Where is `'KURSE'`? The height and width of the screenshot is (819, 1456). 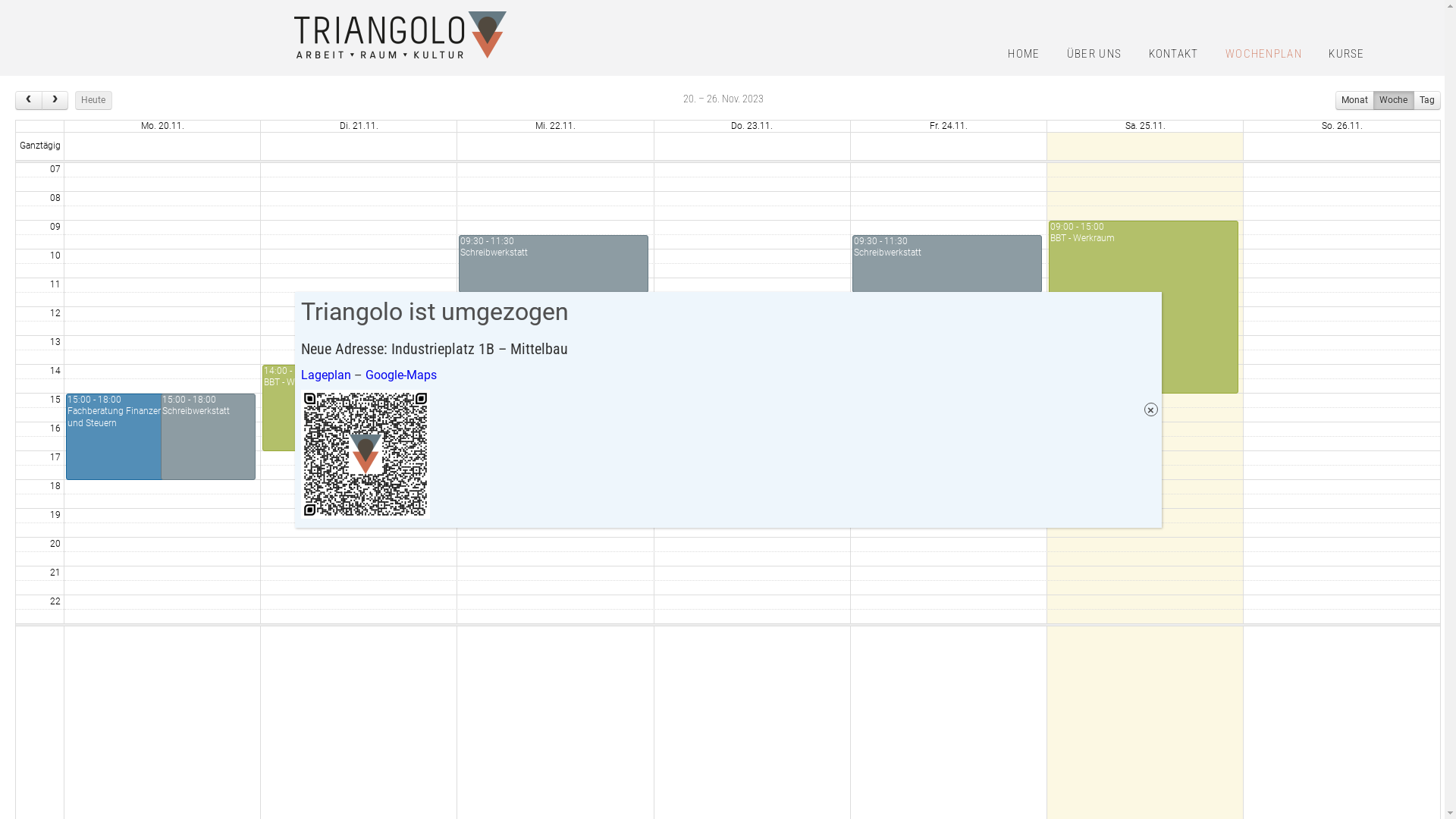 'KURSE' is located at coordinates (1316, 54).